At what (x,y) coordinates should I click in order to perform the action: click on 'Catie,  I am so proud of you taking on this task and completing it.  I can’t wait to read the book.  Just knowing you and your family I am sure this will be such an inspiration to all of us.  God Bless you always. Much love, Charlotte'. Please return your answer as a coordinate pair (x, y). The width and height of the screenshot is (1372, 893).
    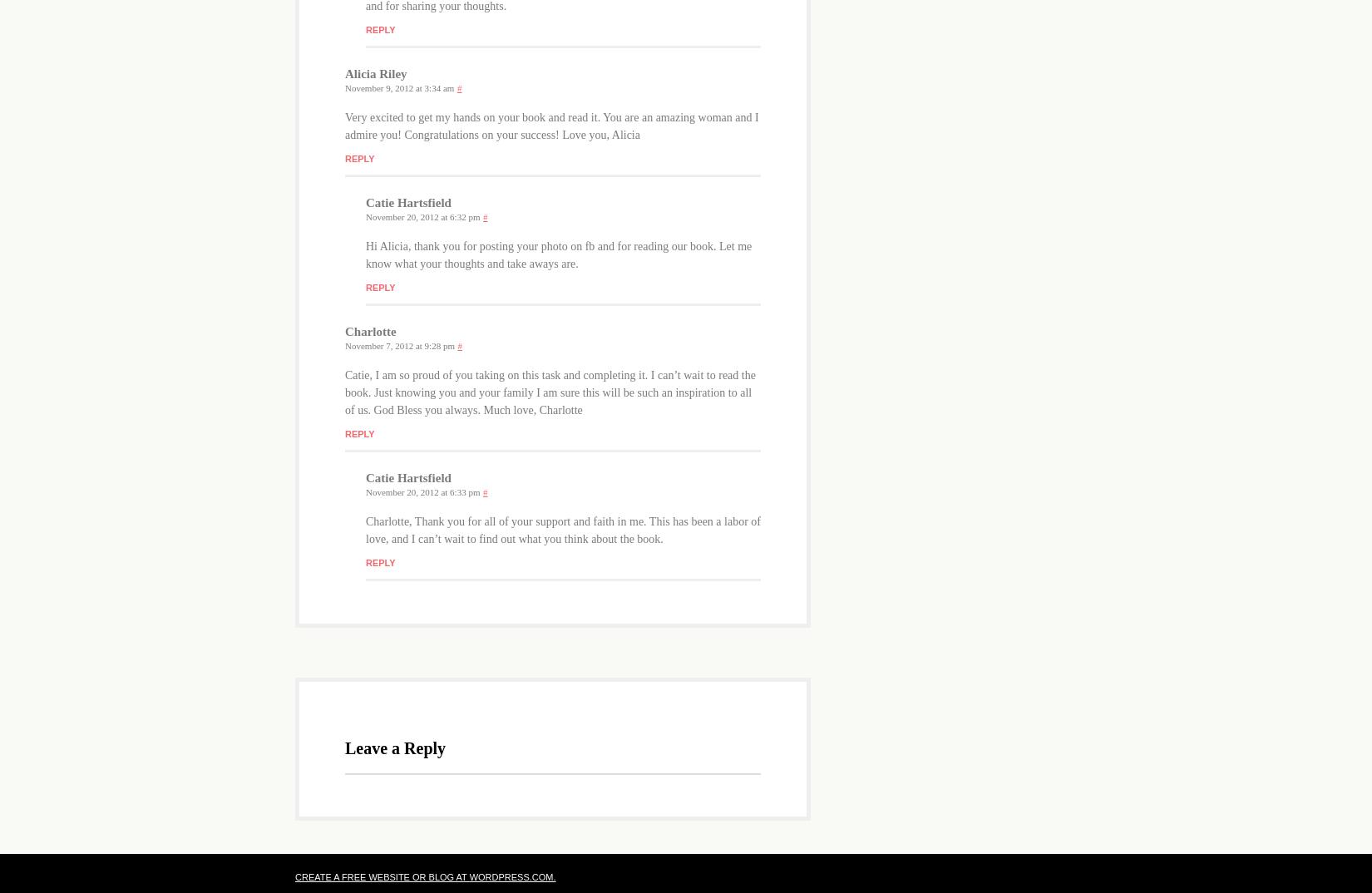
    Looking at the image, I should click on (343, 392).